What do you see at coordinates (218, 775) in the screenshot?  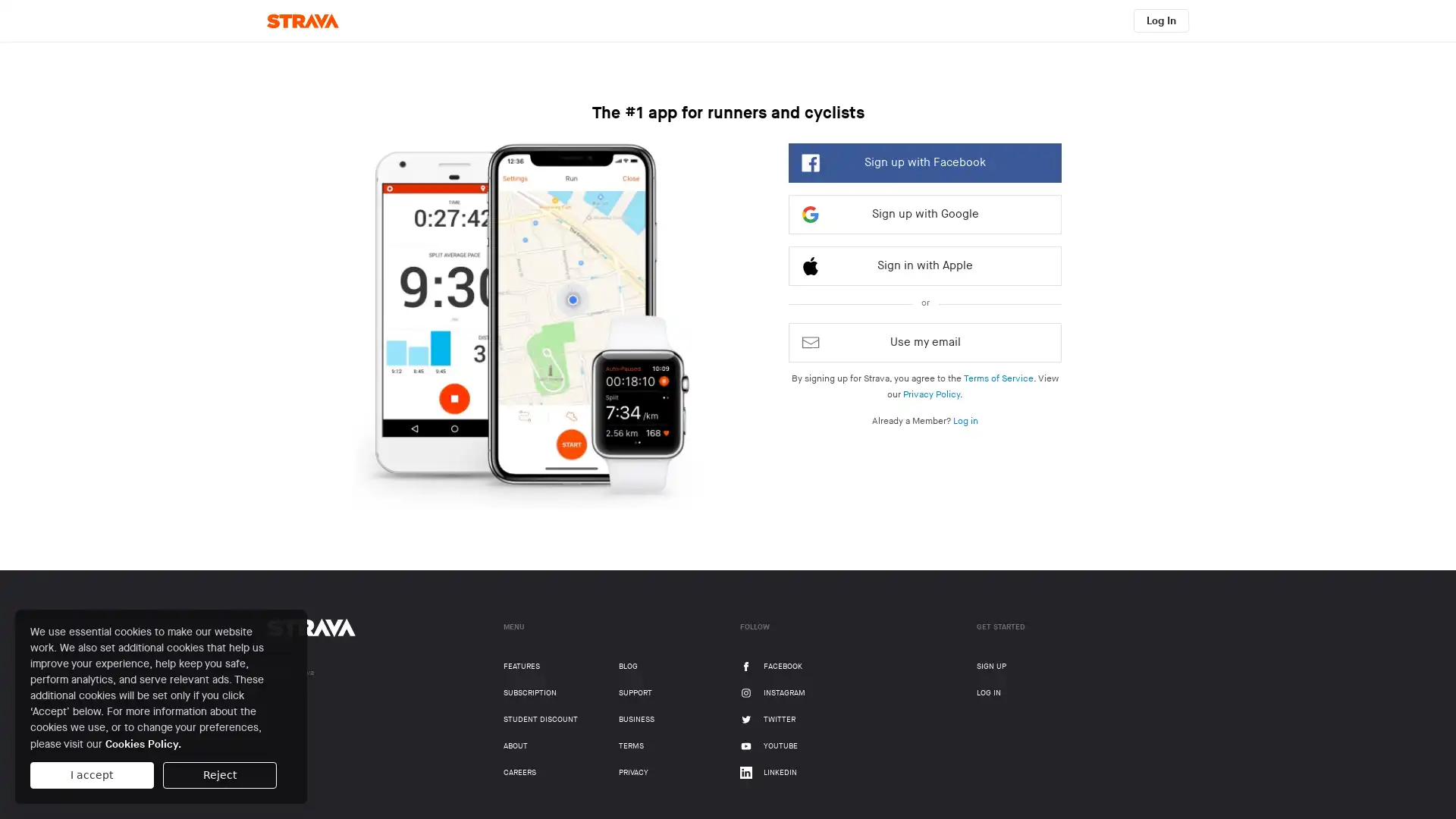 I see `Reject` at bounding box center [218, 775].